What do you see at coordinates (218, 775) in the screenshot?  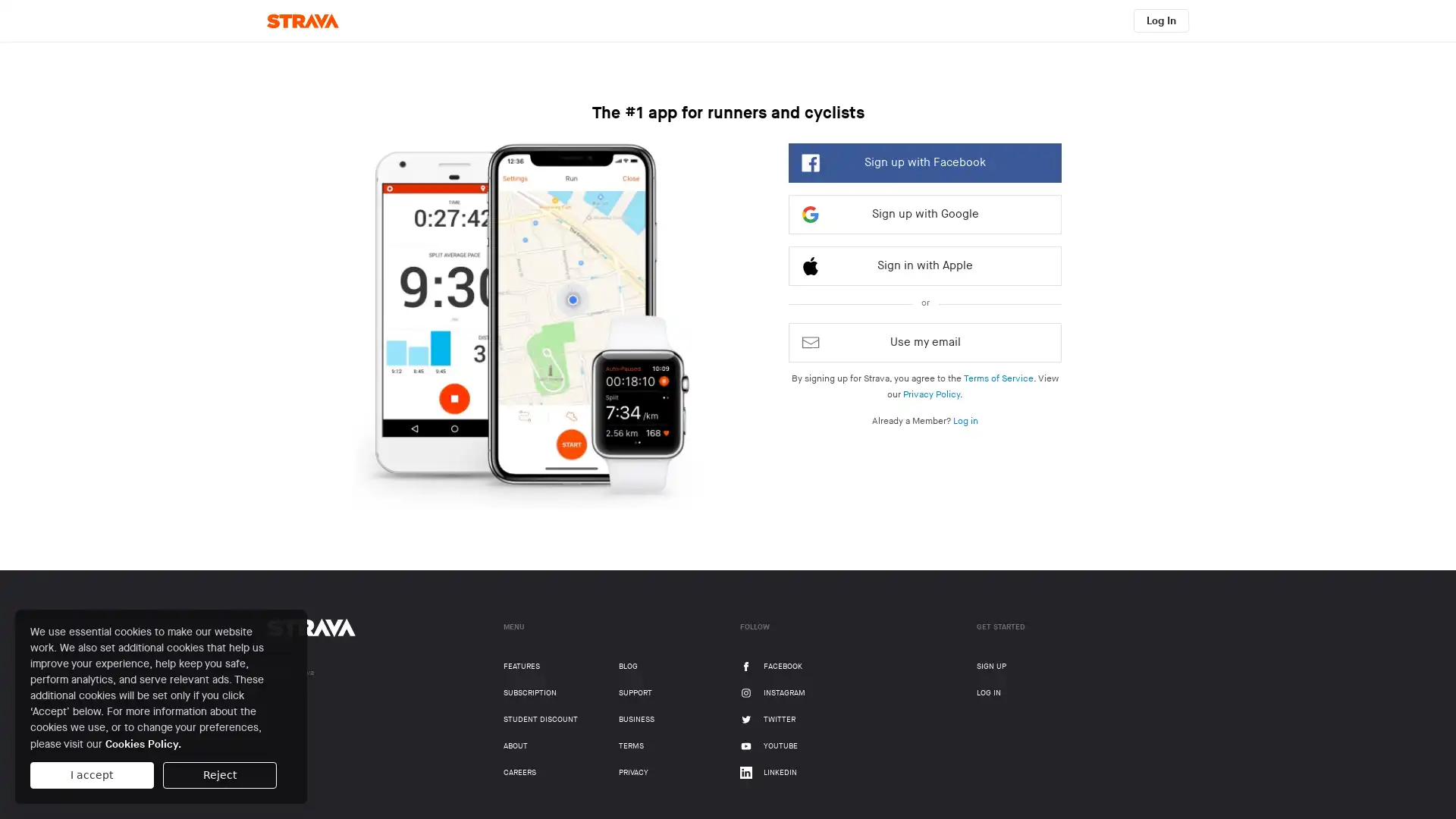 I see `Reject` at bounding box center [218, 775].